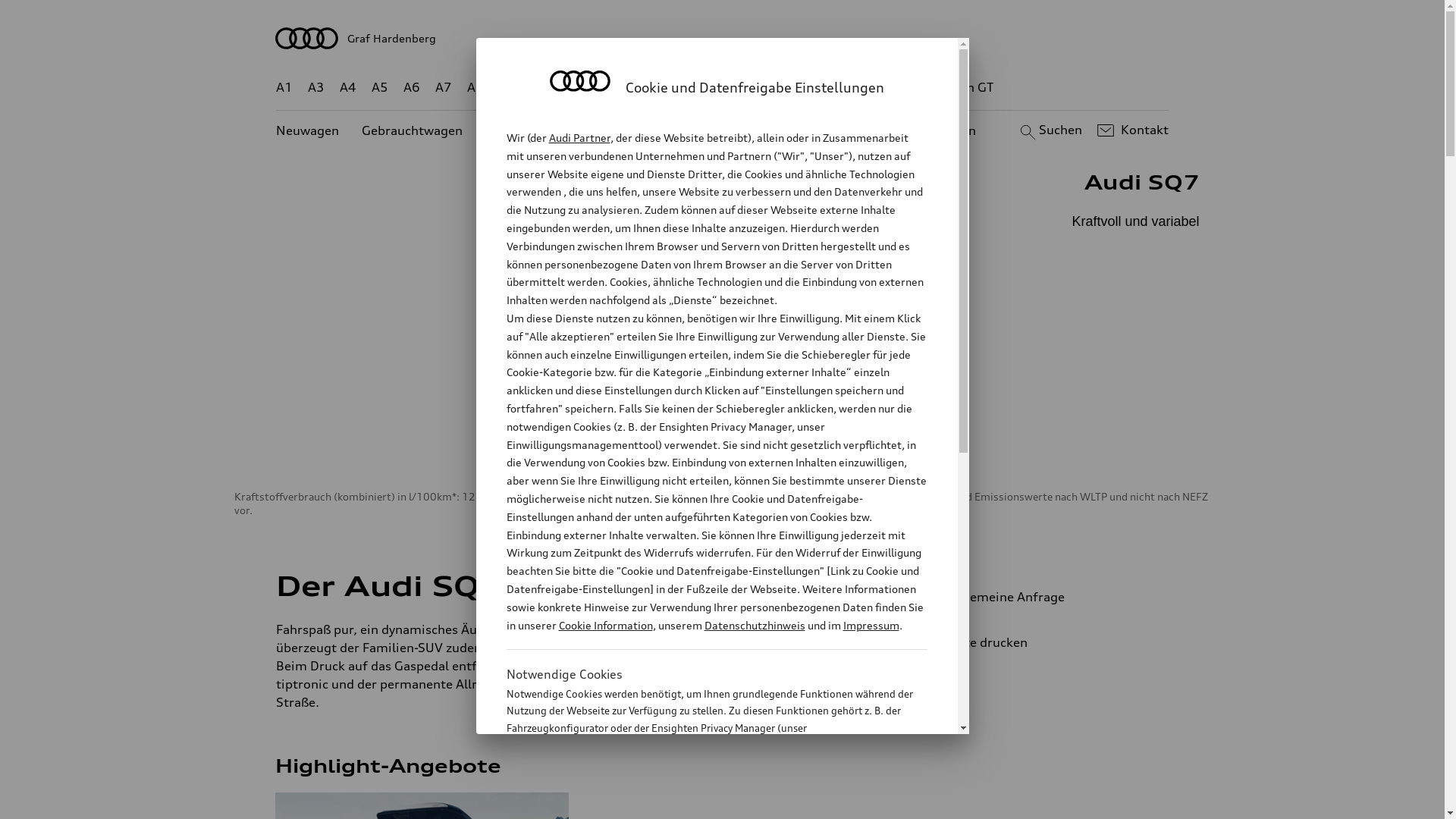  What do you see at coordinates (645, 87) in the screenshot?
I see `'Q5'` at bounding box center [645, 87].